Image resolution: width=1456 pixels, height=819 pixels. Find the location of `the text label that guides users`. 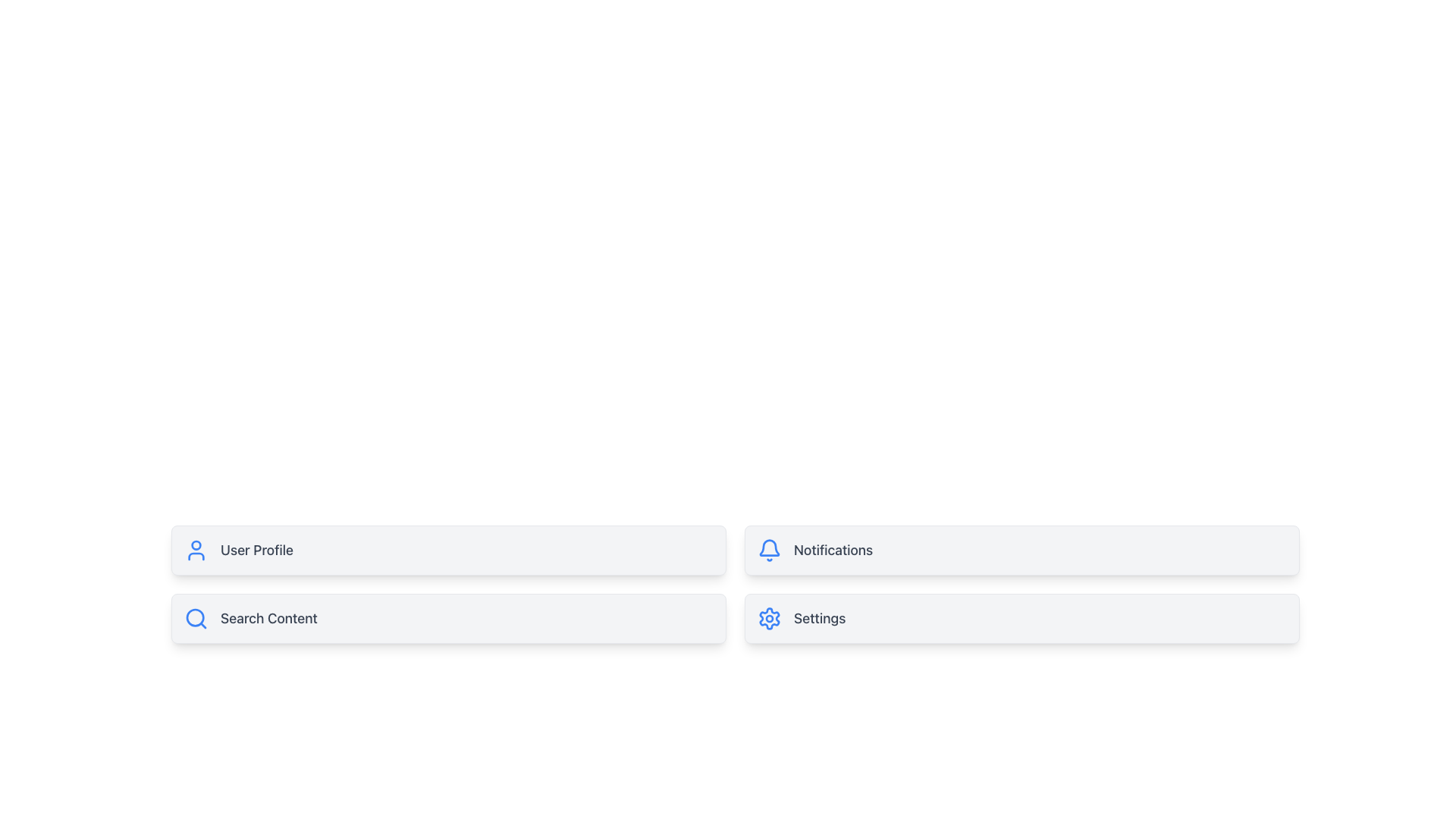

the text label that guides users is located at coordinates (256, 550).